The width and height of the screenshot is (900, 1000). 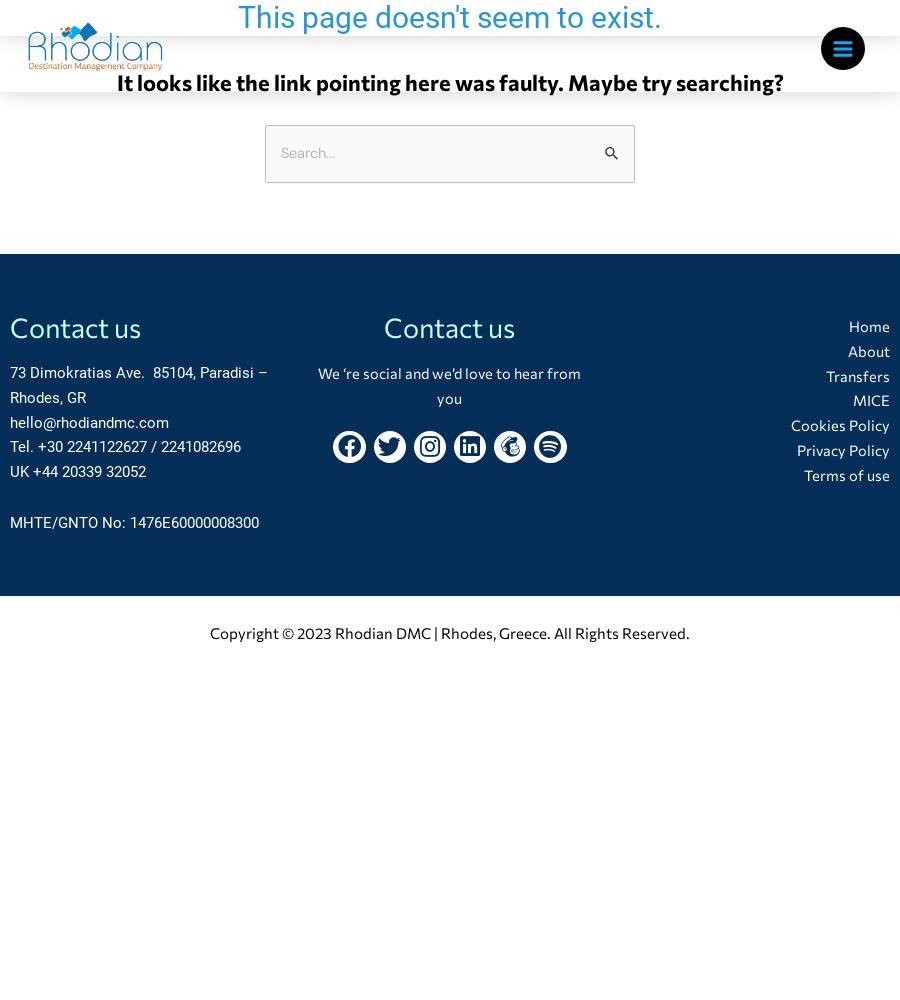 What do you see at coordinates (870, 400) in the screenshot?
I see `'MICE'` at bounding box center [870, 400].